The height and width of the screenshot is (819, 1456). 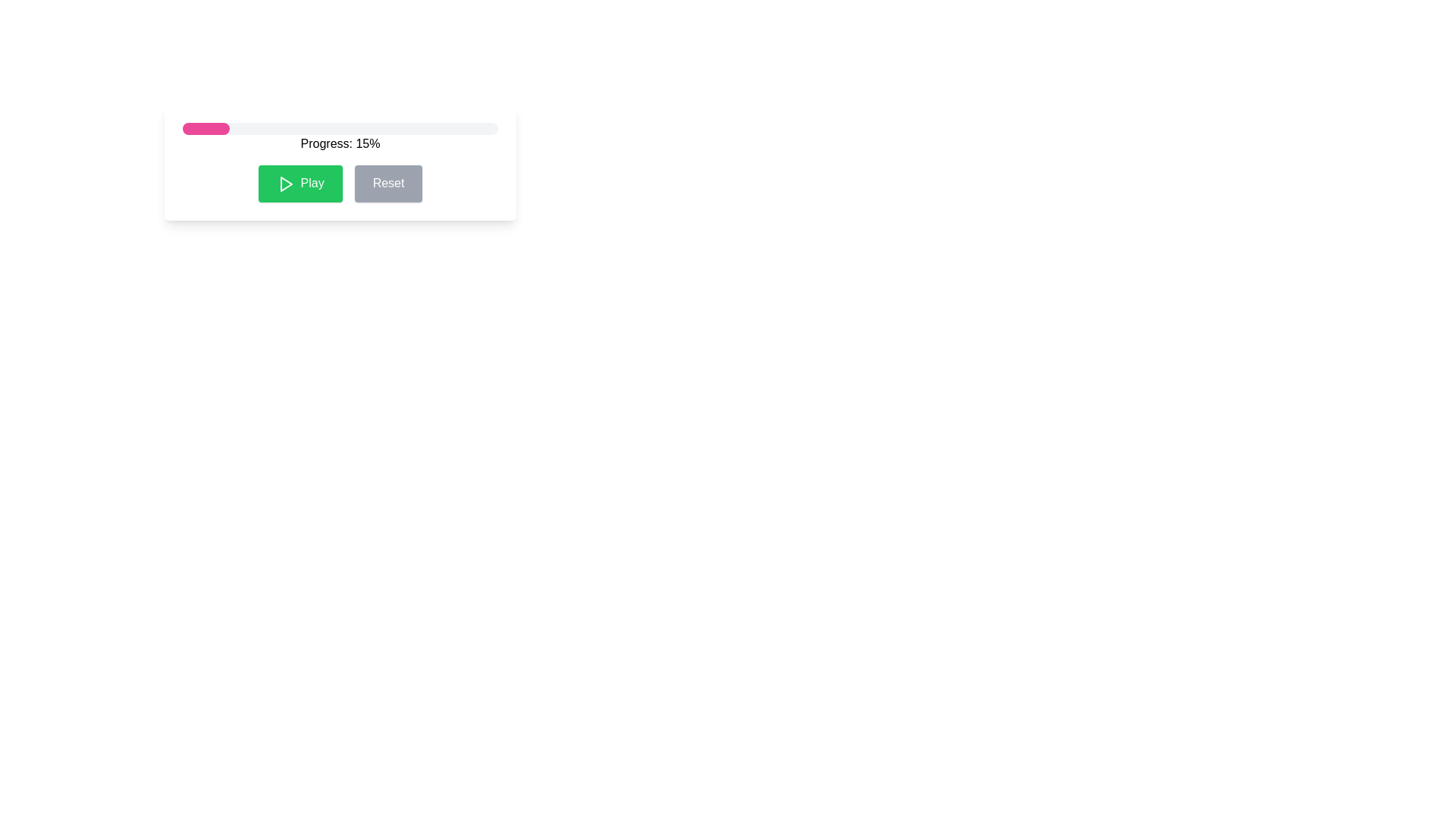 What do you see at coordinates (300, 183) in the screenshot?
I see `the 'Play' button, a rectangular button with a green background and white text label` at bounding box center [300, 183].